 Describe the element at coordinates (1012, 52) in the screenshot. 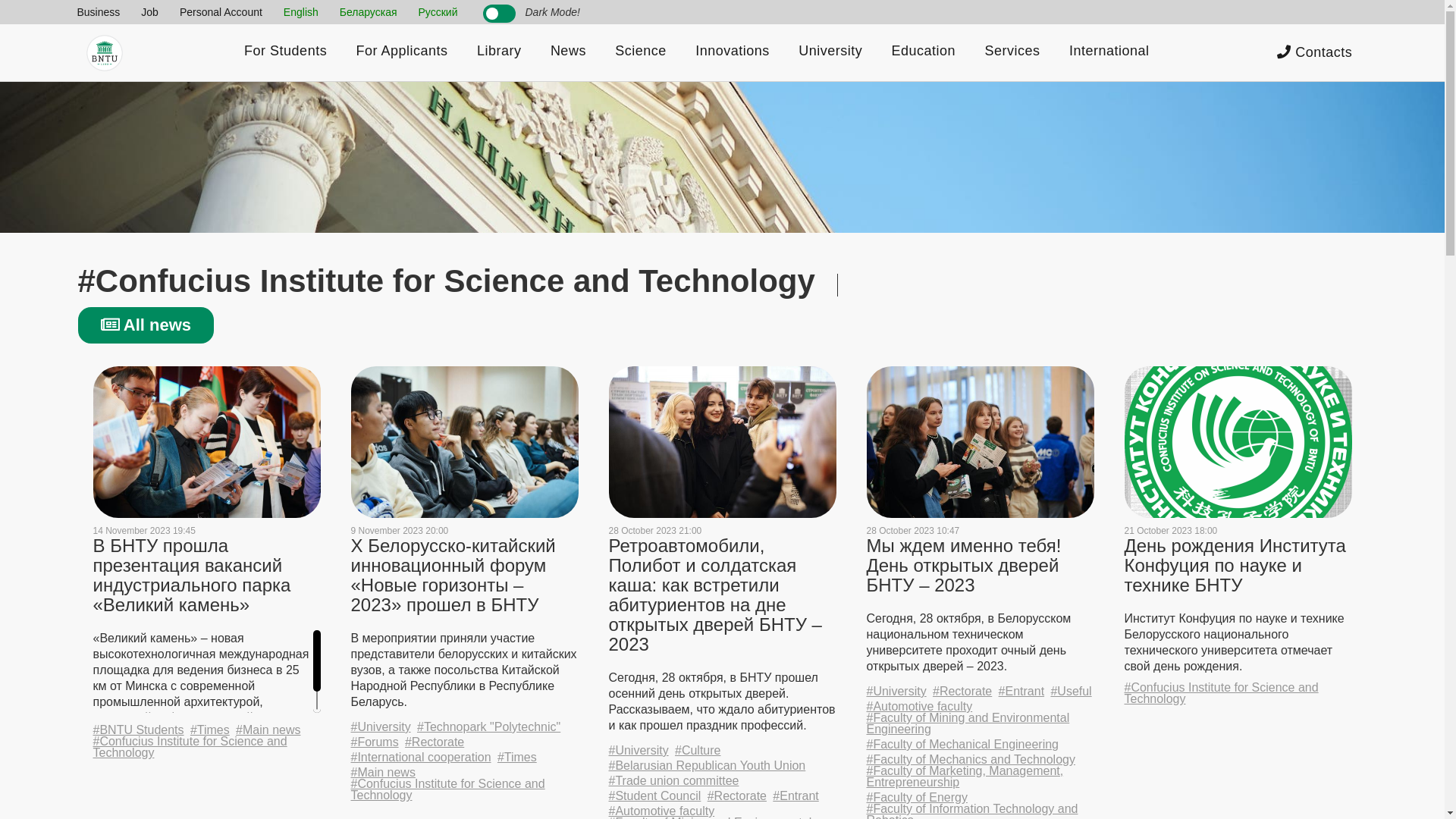

I see `'Services'` at that location.